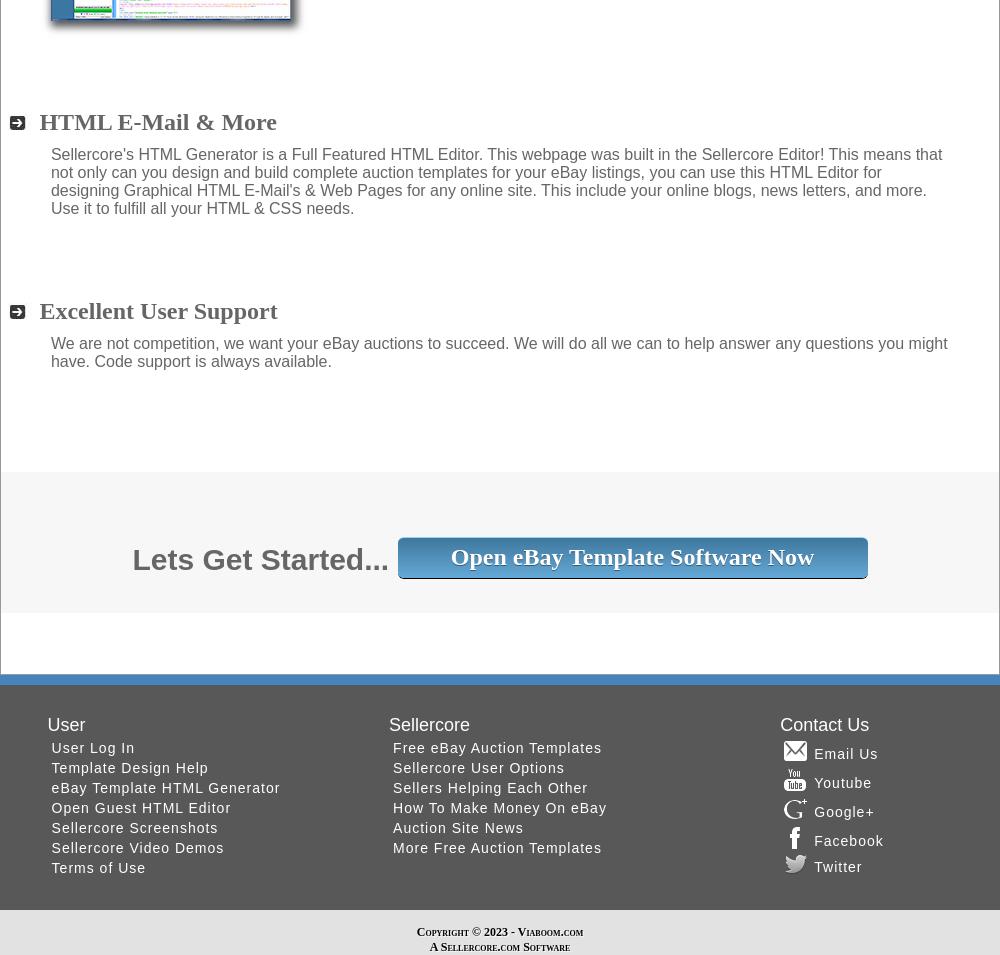 This screenshot has width=1000, height=955. I want to click on 'Youtube', so click(842, 780).